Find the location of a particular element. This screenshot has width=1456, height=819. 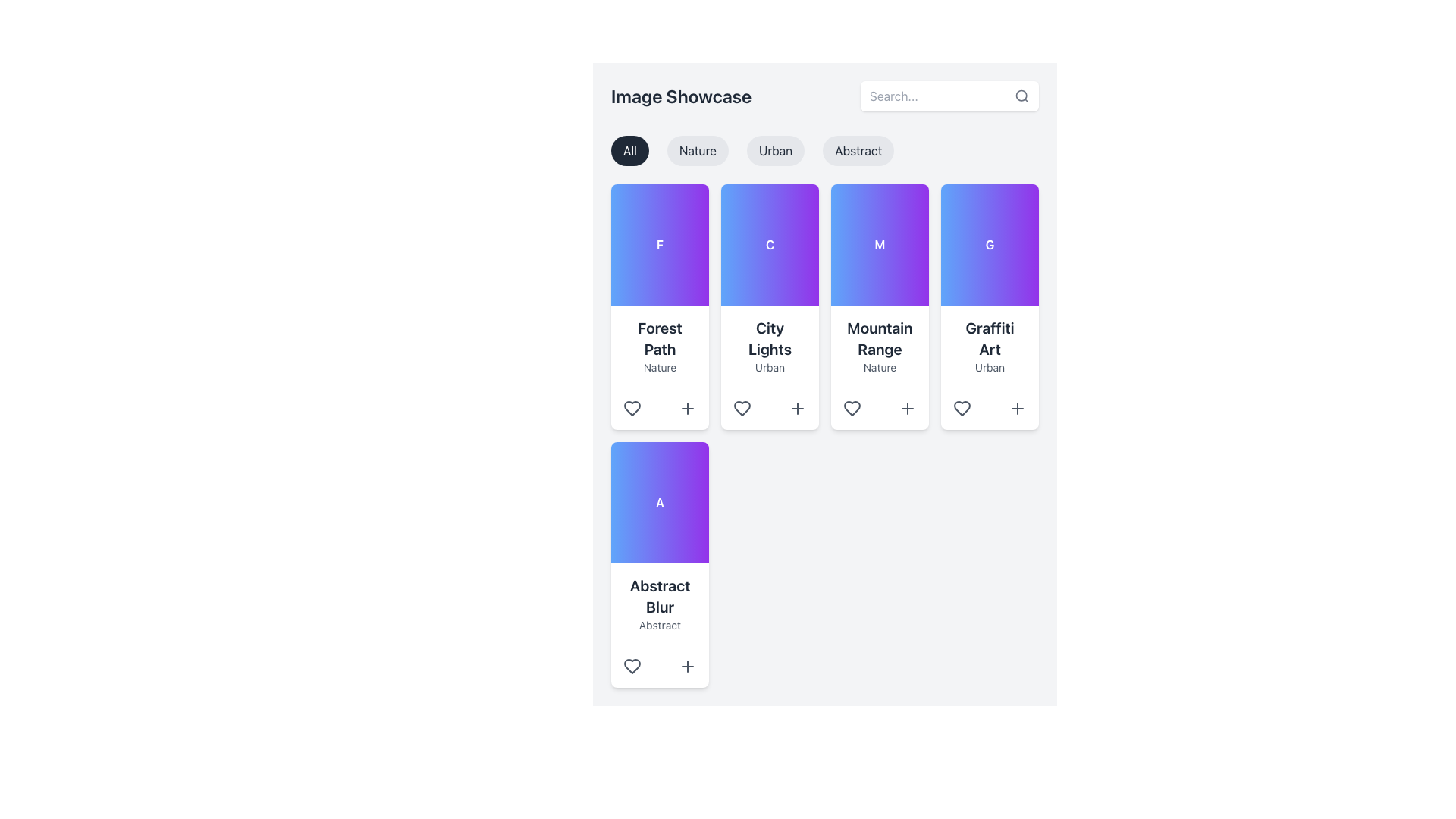

the text label that provides the title 'Mountain Range' and category 'Nature' located in the third column of the top row in the grid of cards is located at coordinates (880, 346).